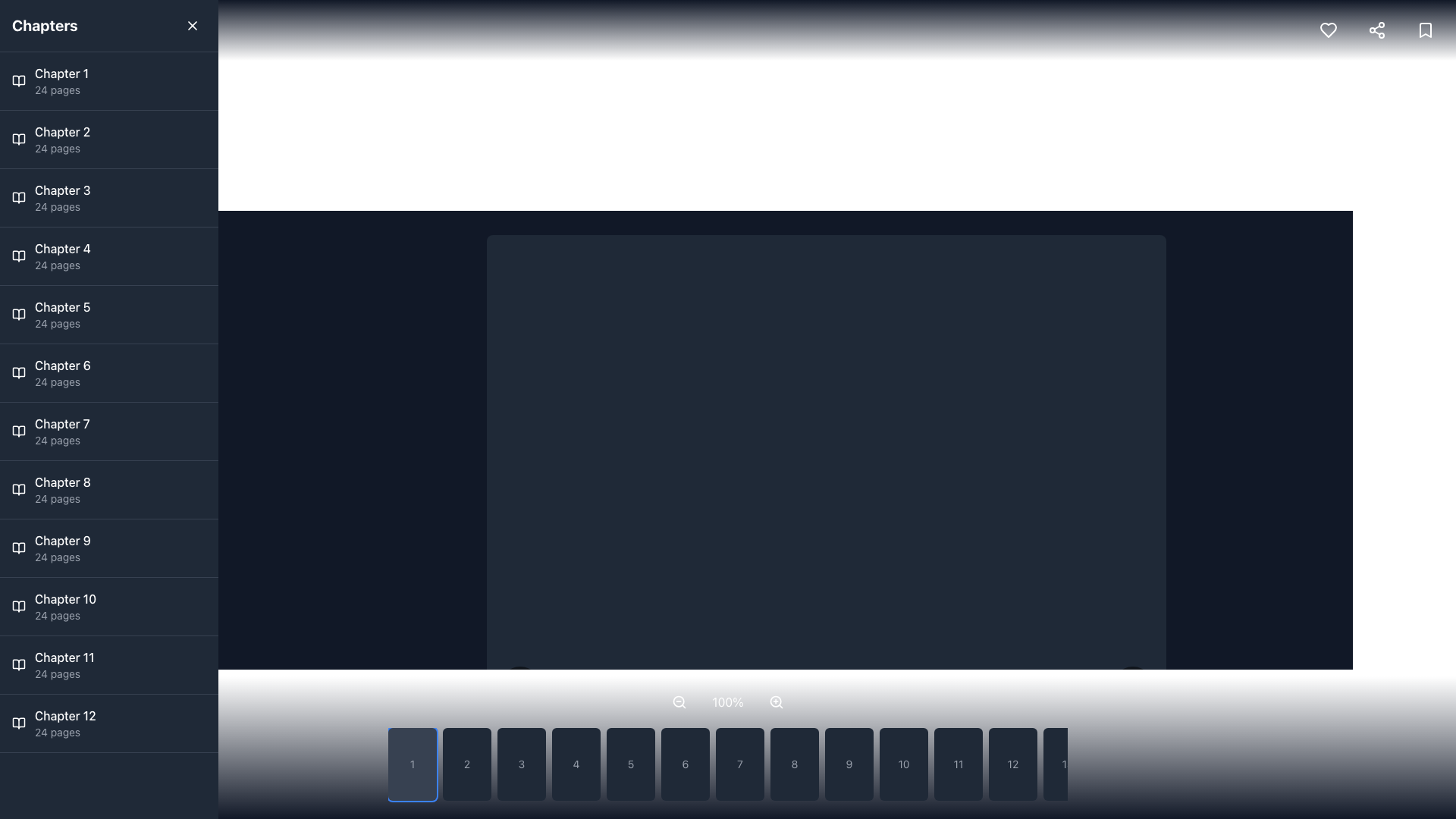  What do you see at coordinates (678, 701) in the screenshot?
I see `the central circle of the 'zoom-out' icon, which serves a decorative purpose in the toolbar interface` at bounding box center [678, 701].